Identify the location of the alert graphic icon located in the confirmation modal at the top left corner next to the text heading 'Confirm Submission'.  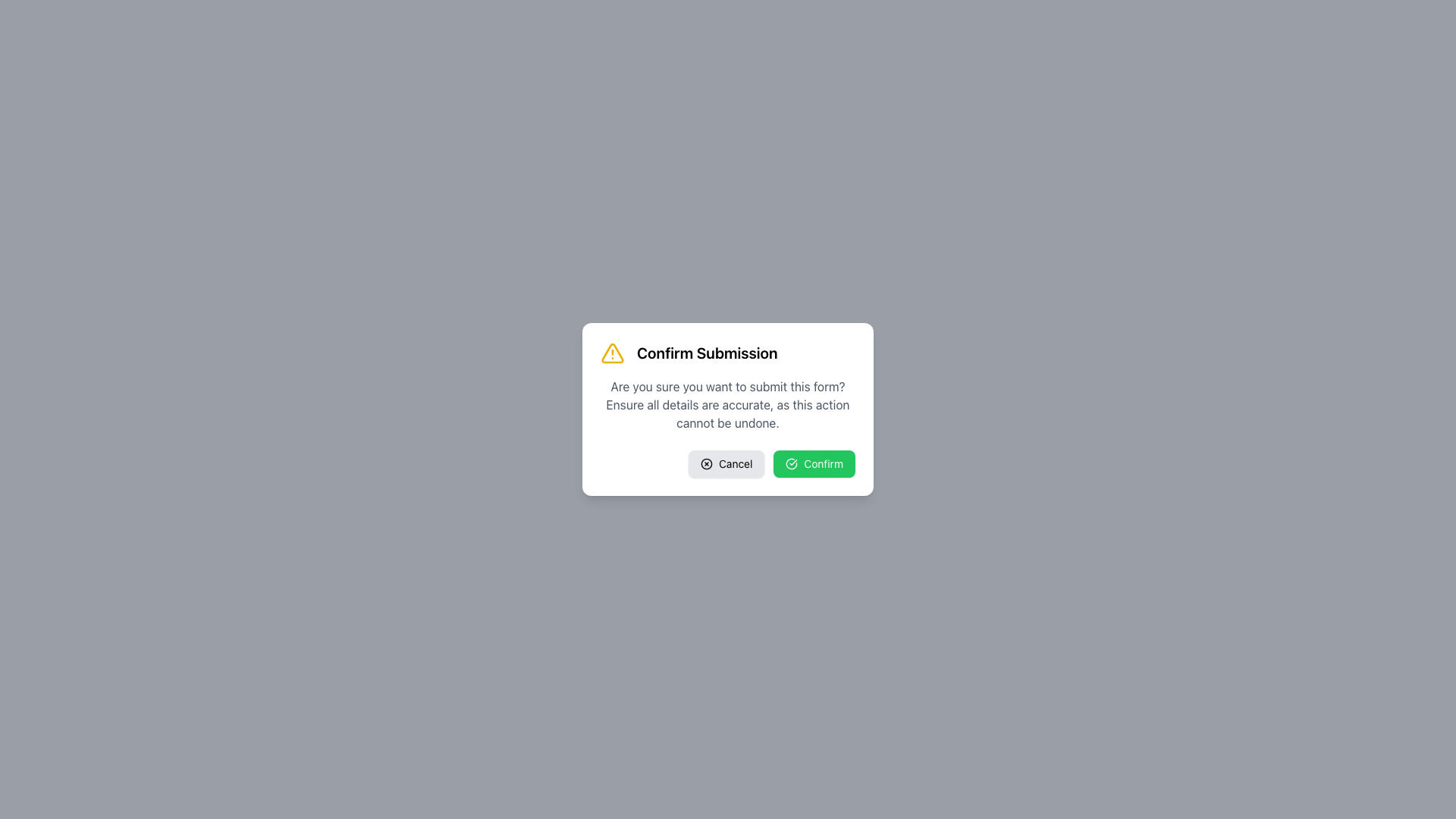
(612, 353).